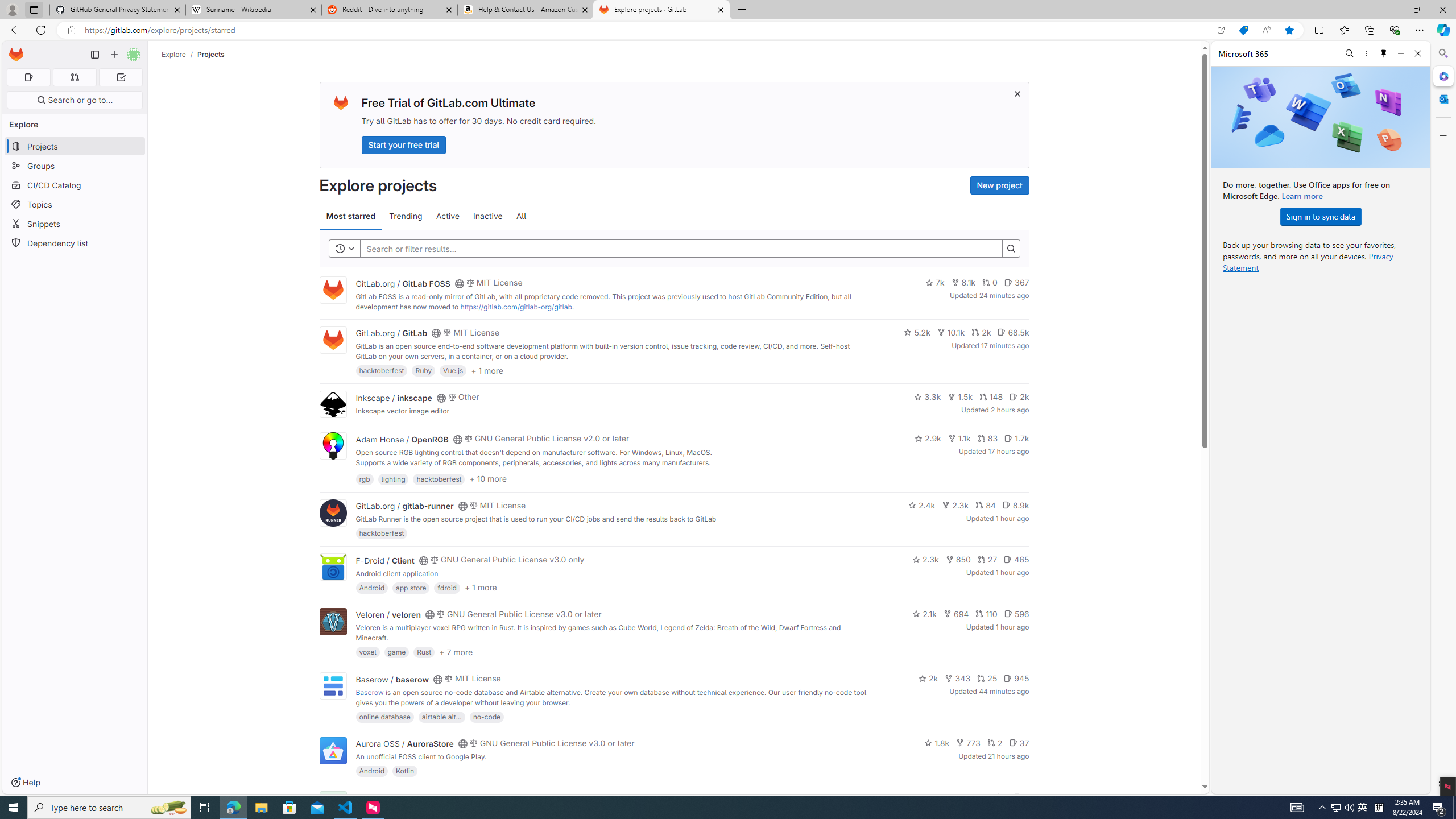  Describe the element at coordinates (405, 771) in the screenshot. I see `'Kotlin'` at that location.